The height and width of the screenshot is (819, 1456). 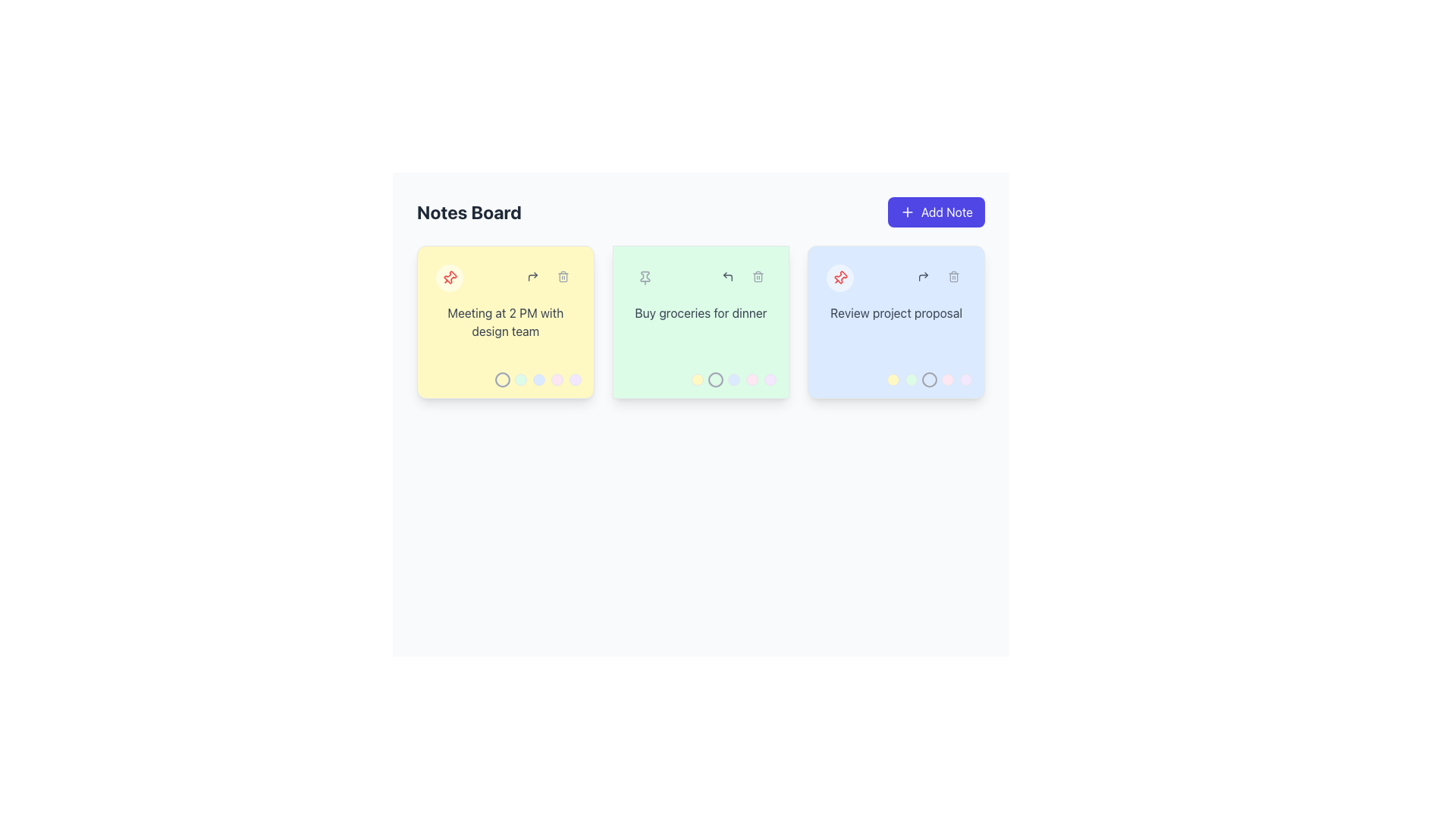 What do you see at coordinates (538, 379) in the screenshot?
I see `the small, circular blue marker` at bounding box center [538, 379].